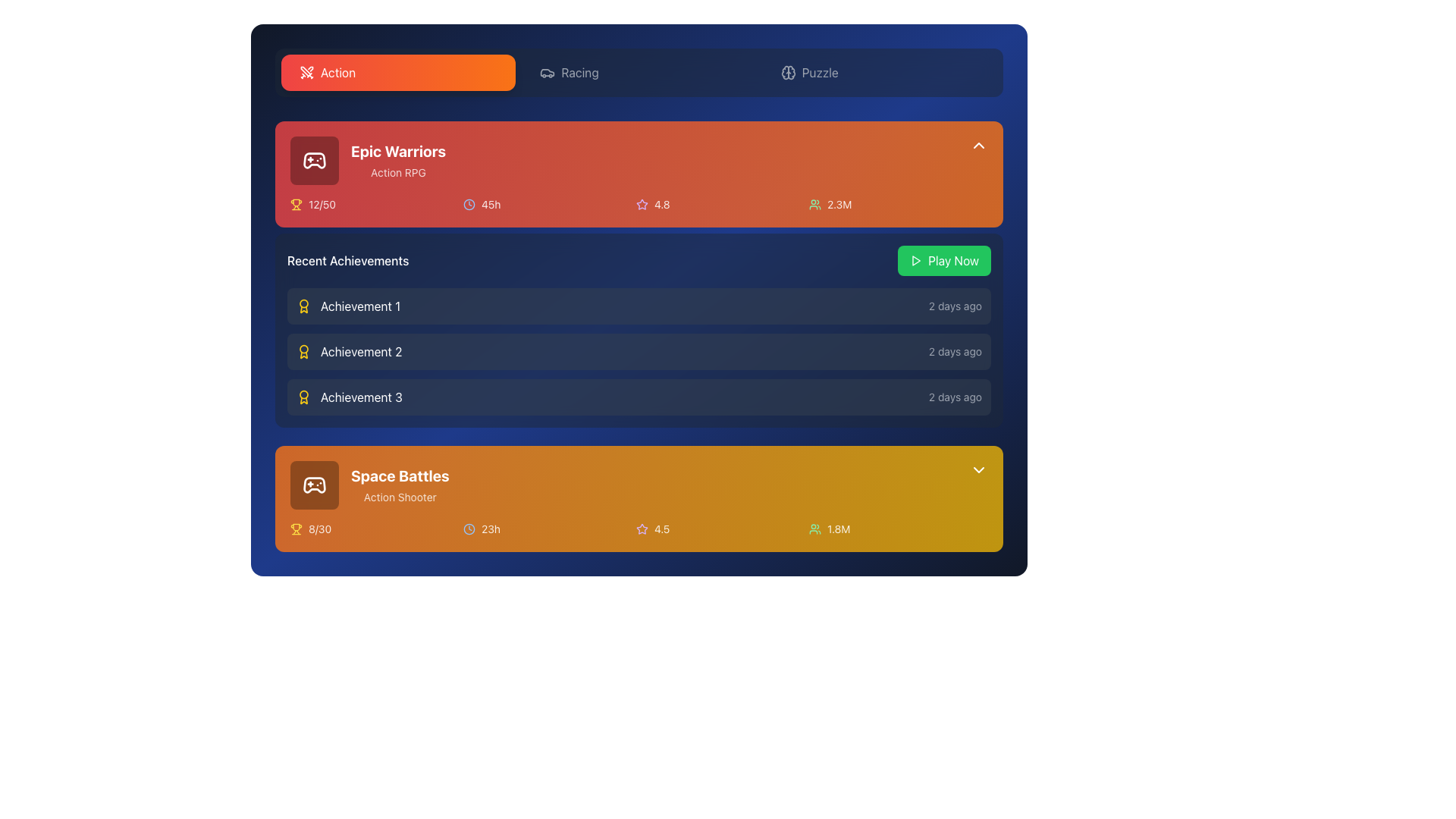 The height and width of the screenshot is (819, 1456). What do you see at coordinates (639, 329) in the screenshot?
I see `the 'Recent Achievements' card, which is a semi-transparent gray card with rounded corners` at bounding box center [639, 329].